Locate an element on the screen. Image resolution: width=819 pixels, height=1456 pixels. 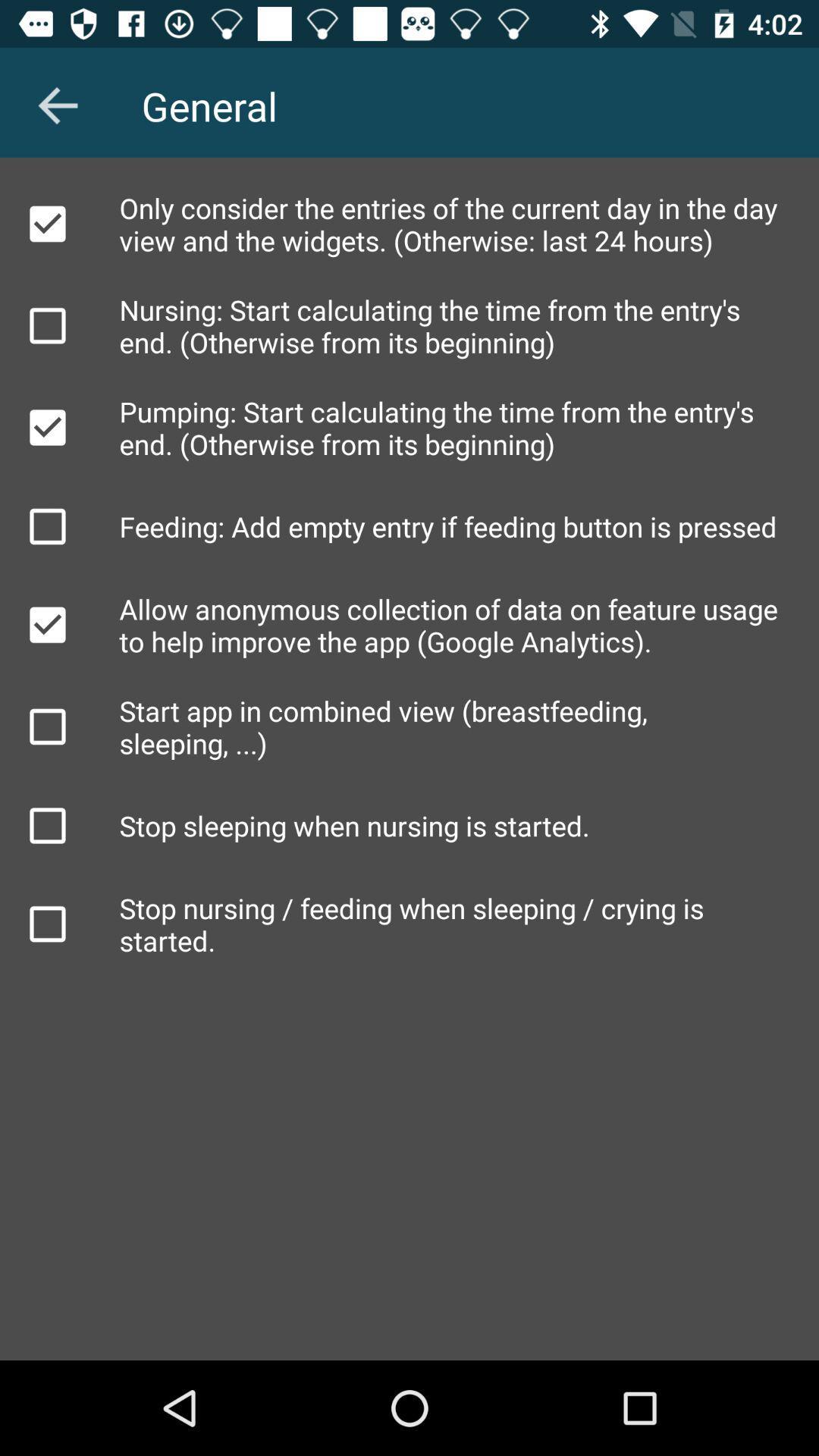
function checkbox is located at coordinates (46, 426).